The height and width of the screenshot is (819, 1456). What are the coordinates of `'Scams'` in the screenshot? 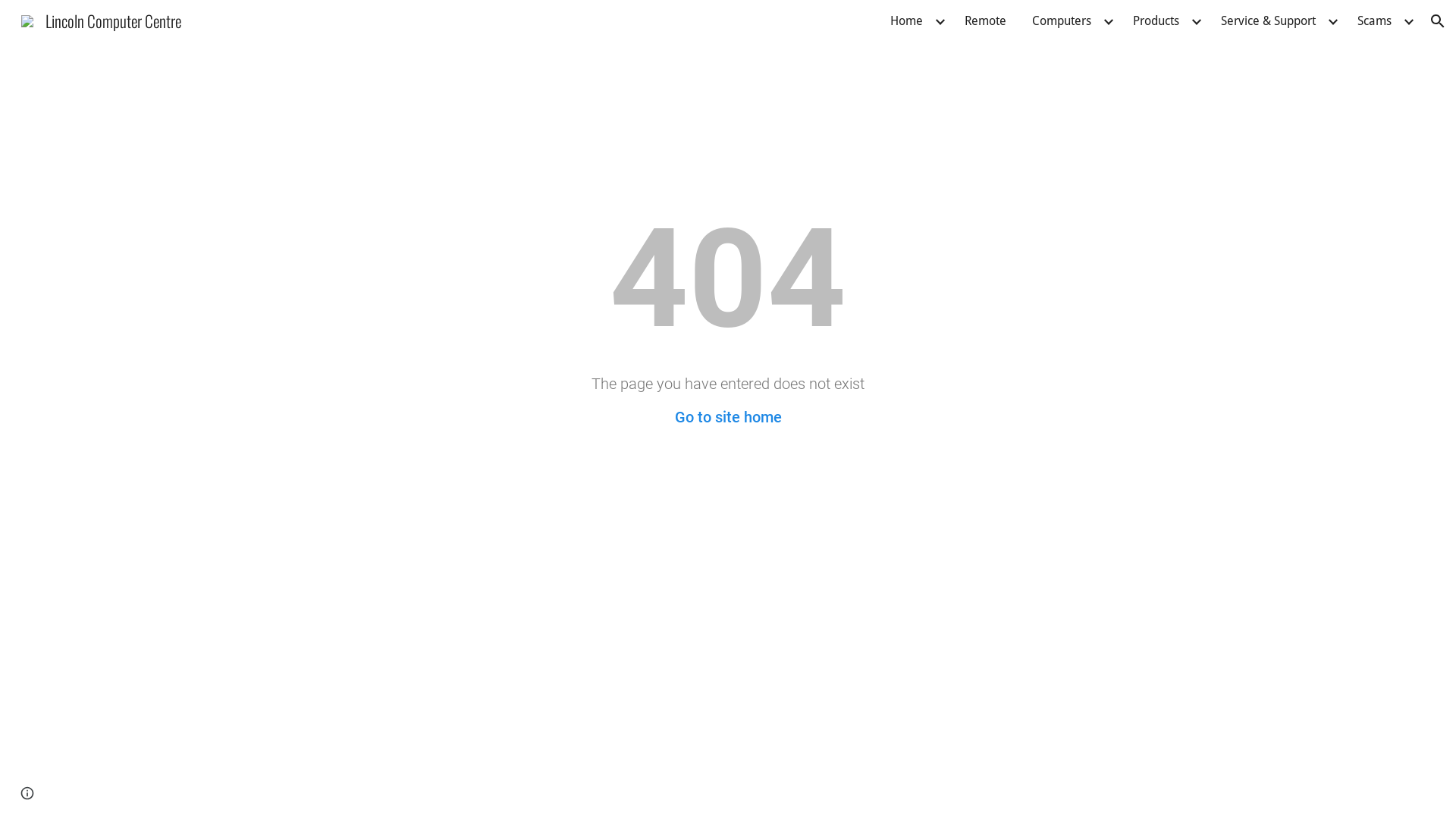 It's located at (1374, 20).